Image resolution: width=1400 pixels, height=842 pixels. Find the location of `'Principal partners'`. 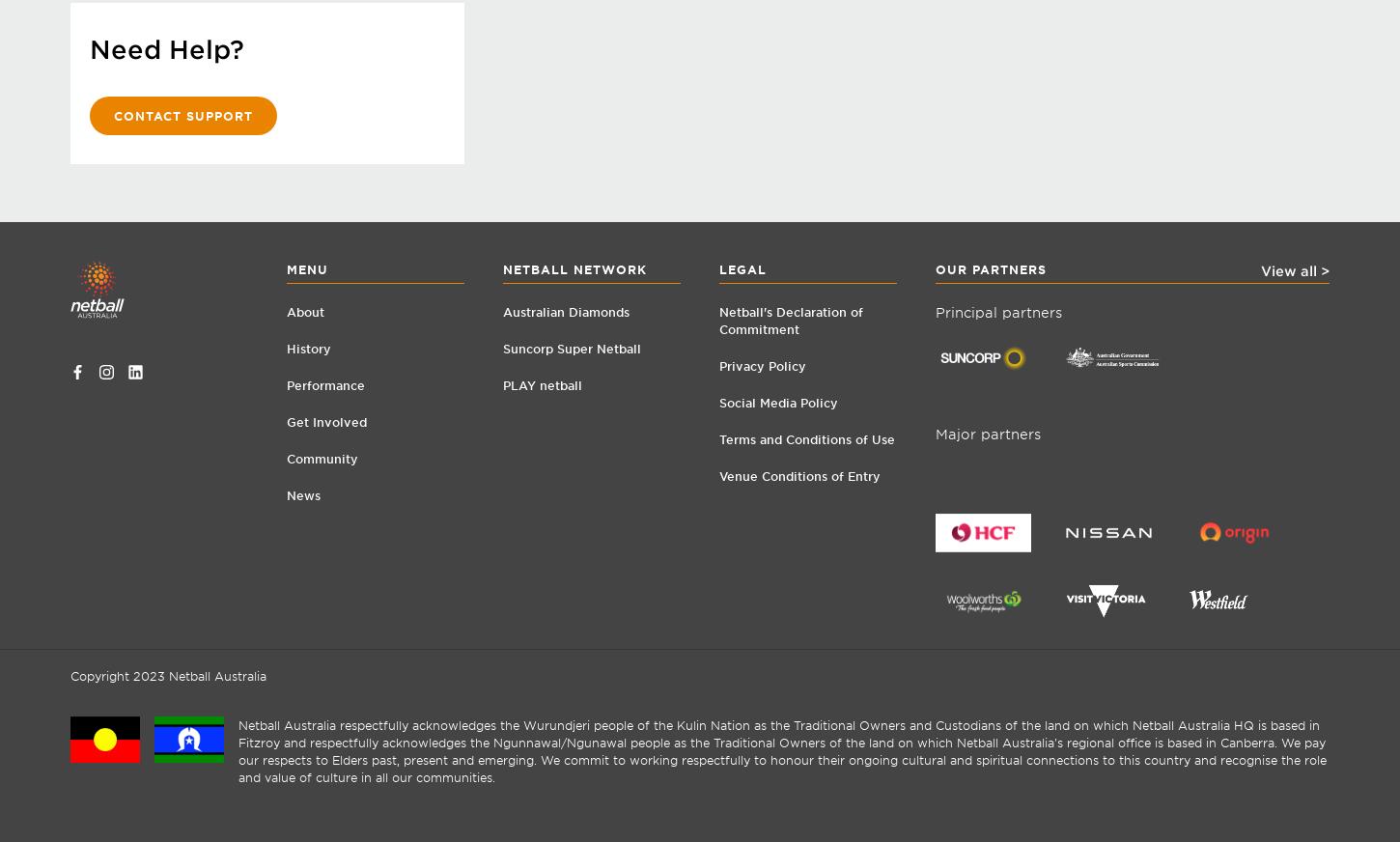

'Principal partners' is located at coordinates (936, 310).